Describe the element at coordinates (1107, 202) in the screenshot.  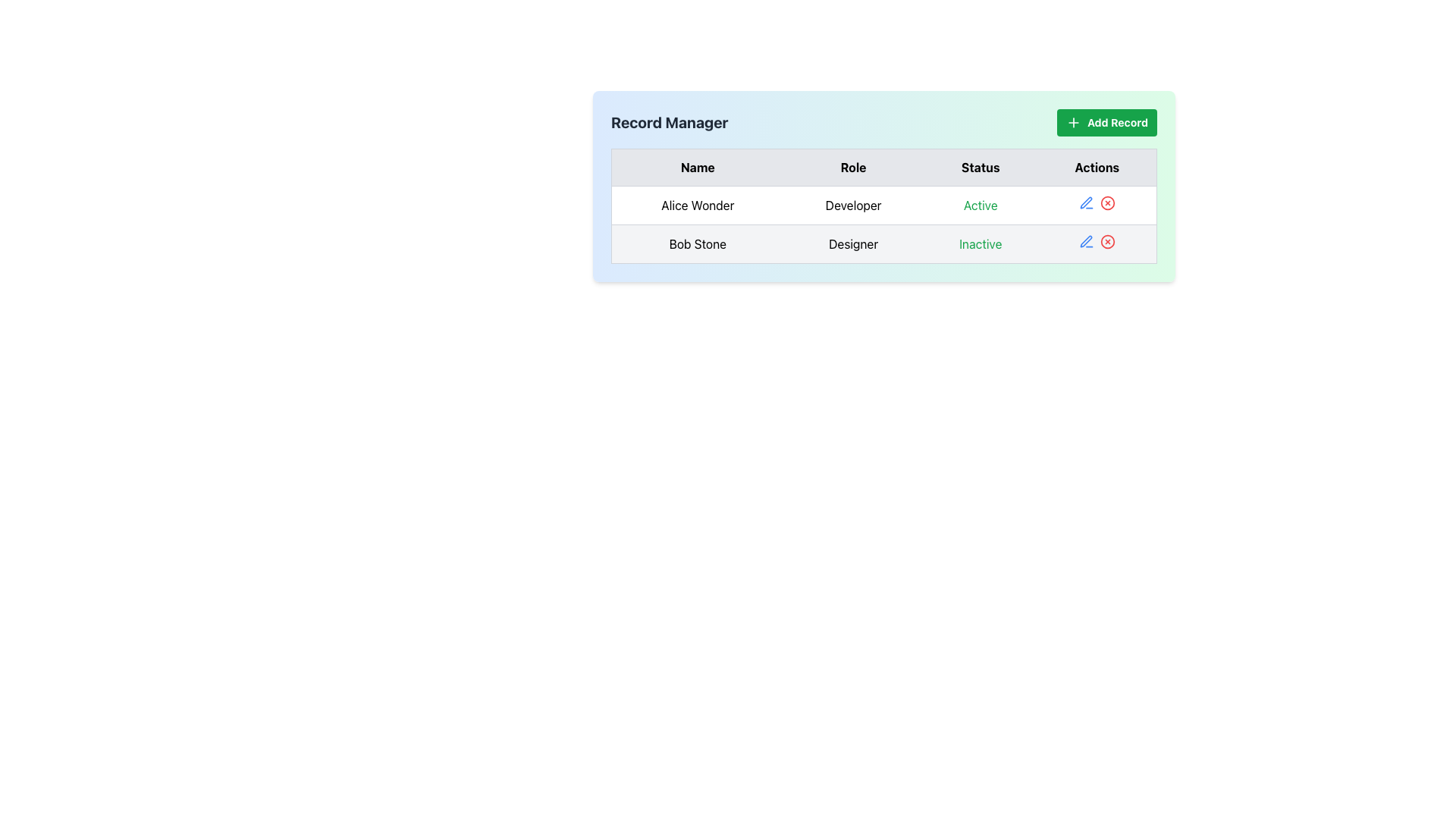
I see `the delete button in the 'Actions' column of the first row in the table` at that location.